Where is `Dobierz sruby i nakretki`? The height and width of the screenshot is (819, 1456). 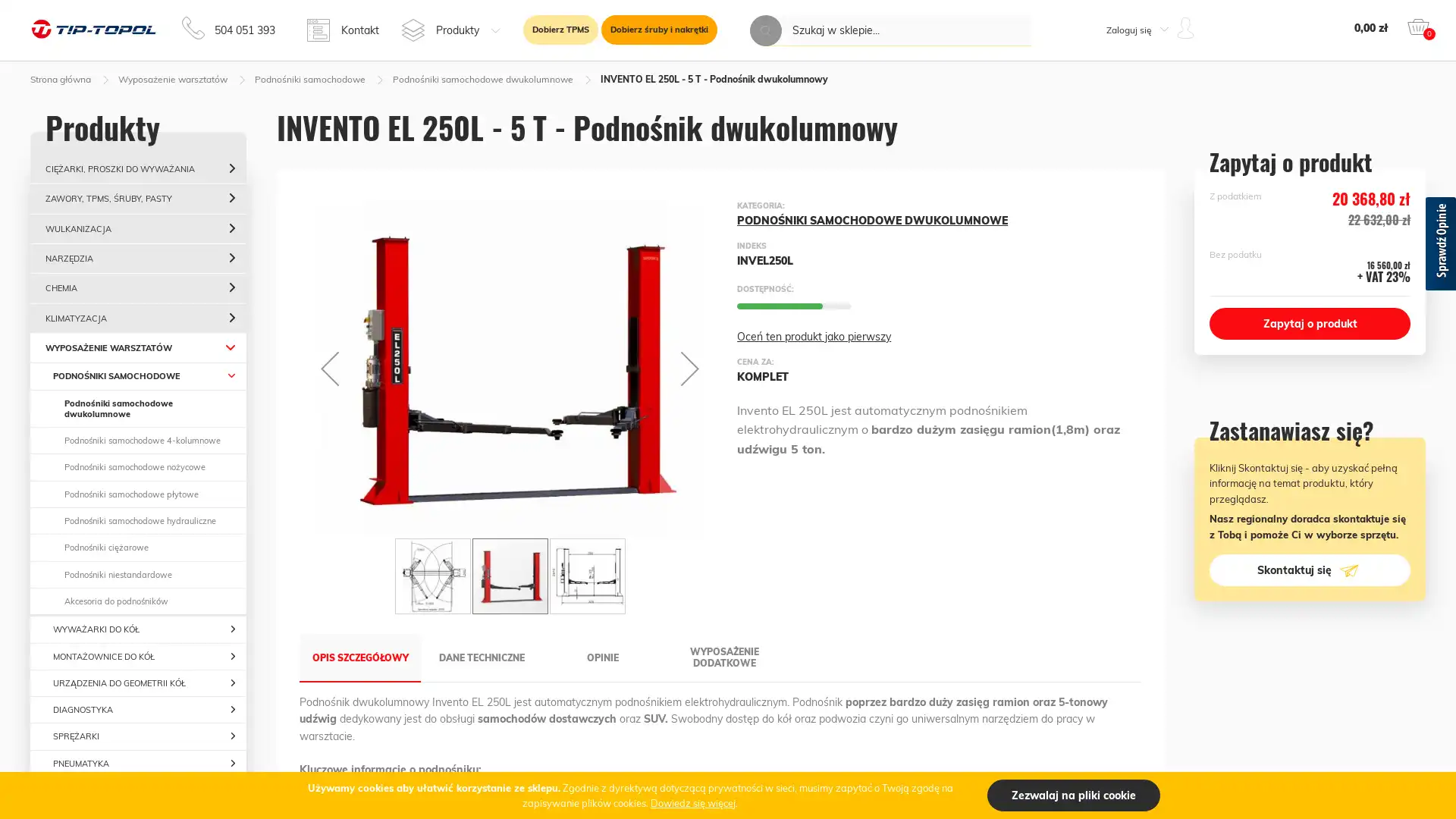
Dobierz sruby i nakretki is located at coordinates (659, 30).